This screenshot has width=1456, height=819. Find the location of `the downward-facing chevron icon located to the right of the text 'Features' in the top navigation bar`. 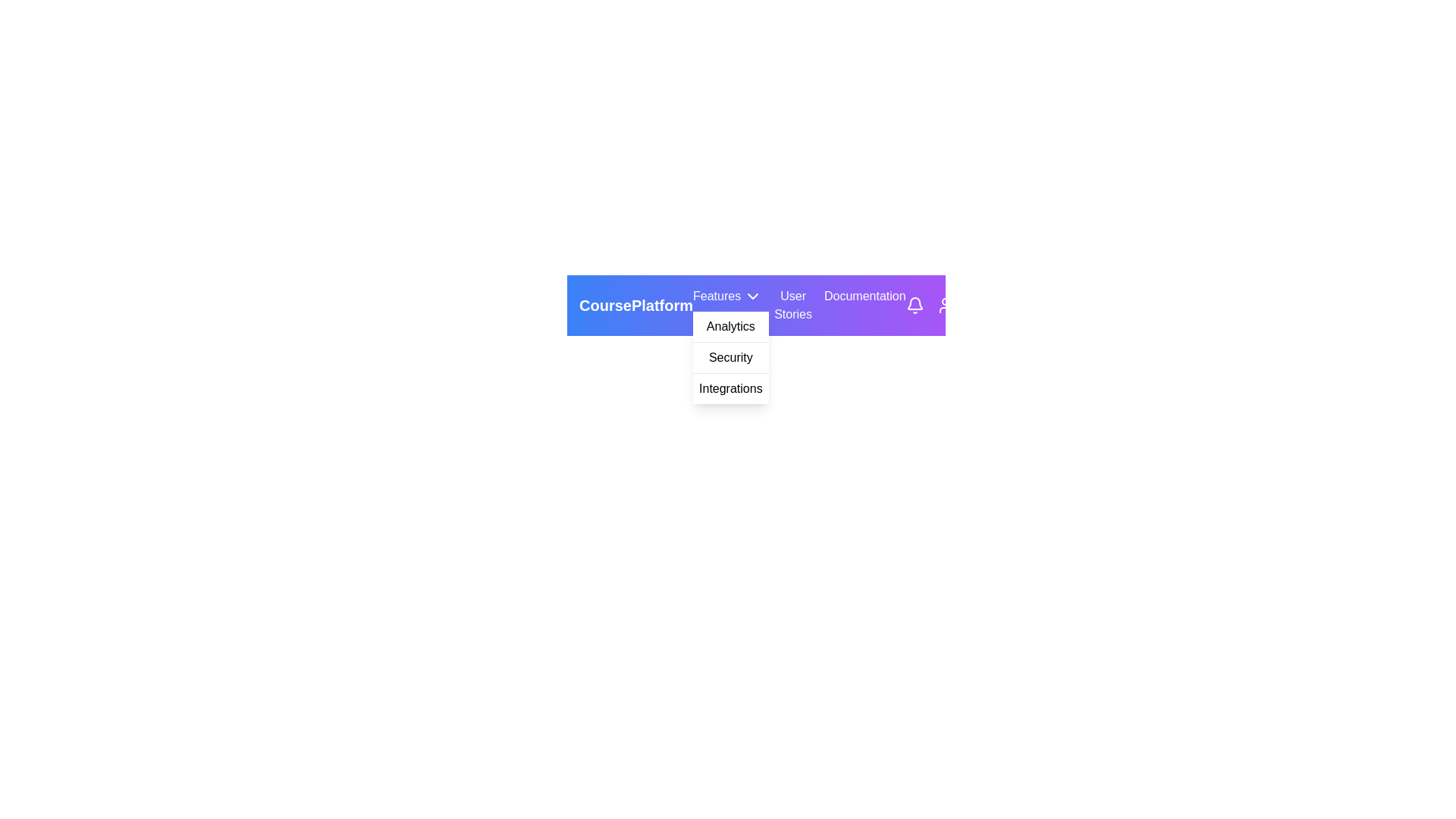

the downward-facing chevron icon located to the right of the text 'Features' in the top navigation bar is located at coordinates (753, 296).